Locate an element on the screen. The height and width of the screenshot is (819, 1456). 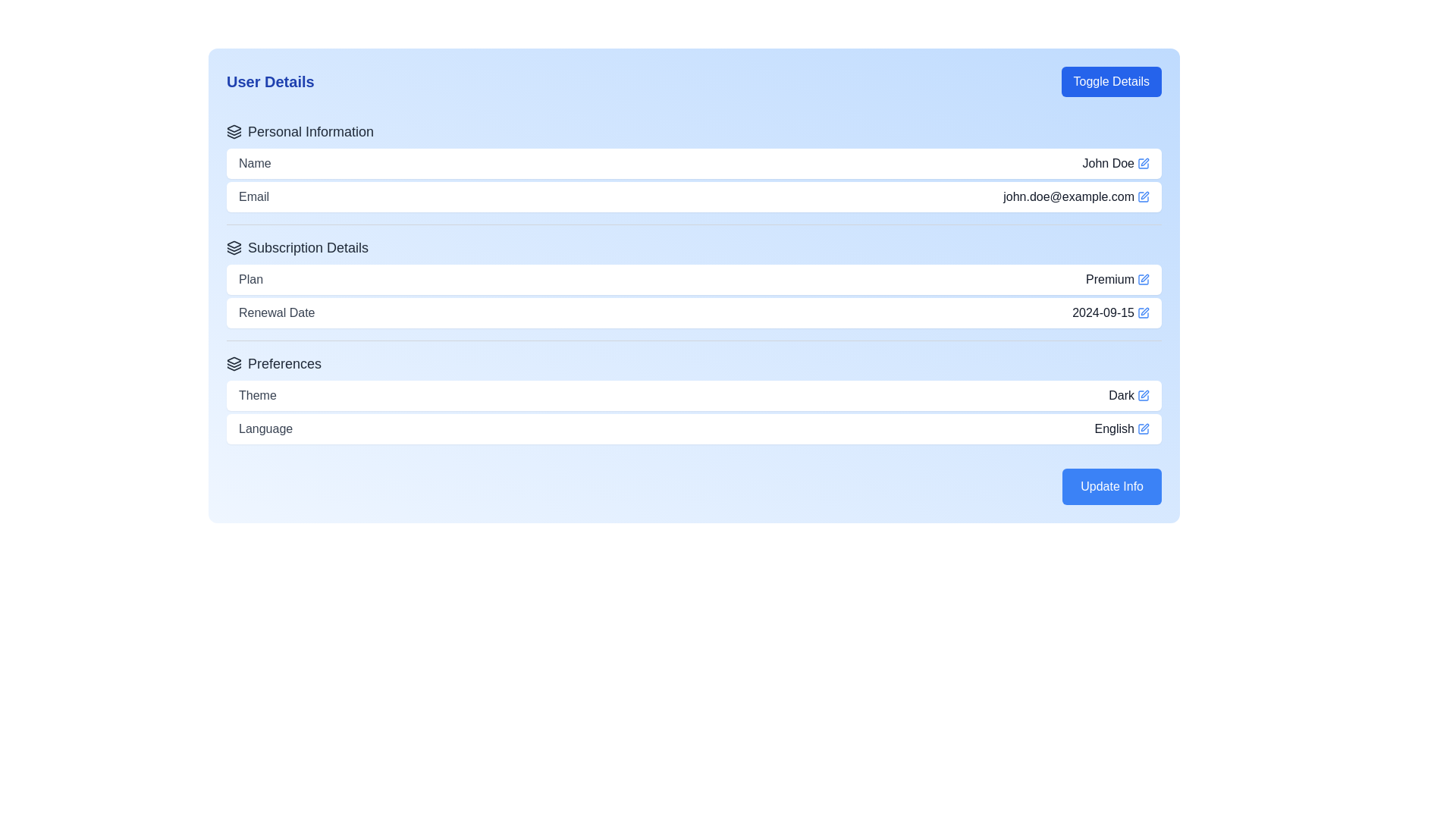
the Pen Icon located to the right of the 'Dark' text in the 'Preferences' section to initiate the edit action is located at coordinates (1143, 394).